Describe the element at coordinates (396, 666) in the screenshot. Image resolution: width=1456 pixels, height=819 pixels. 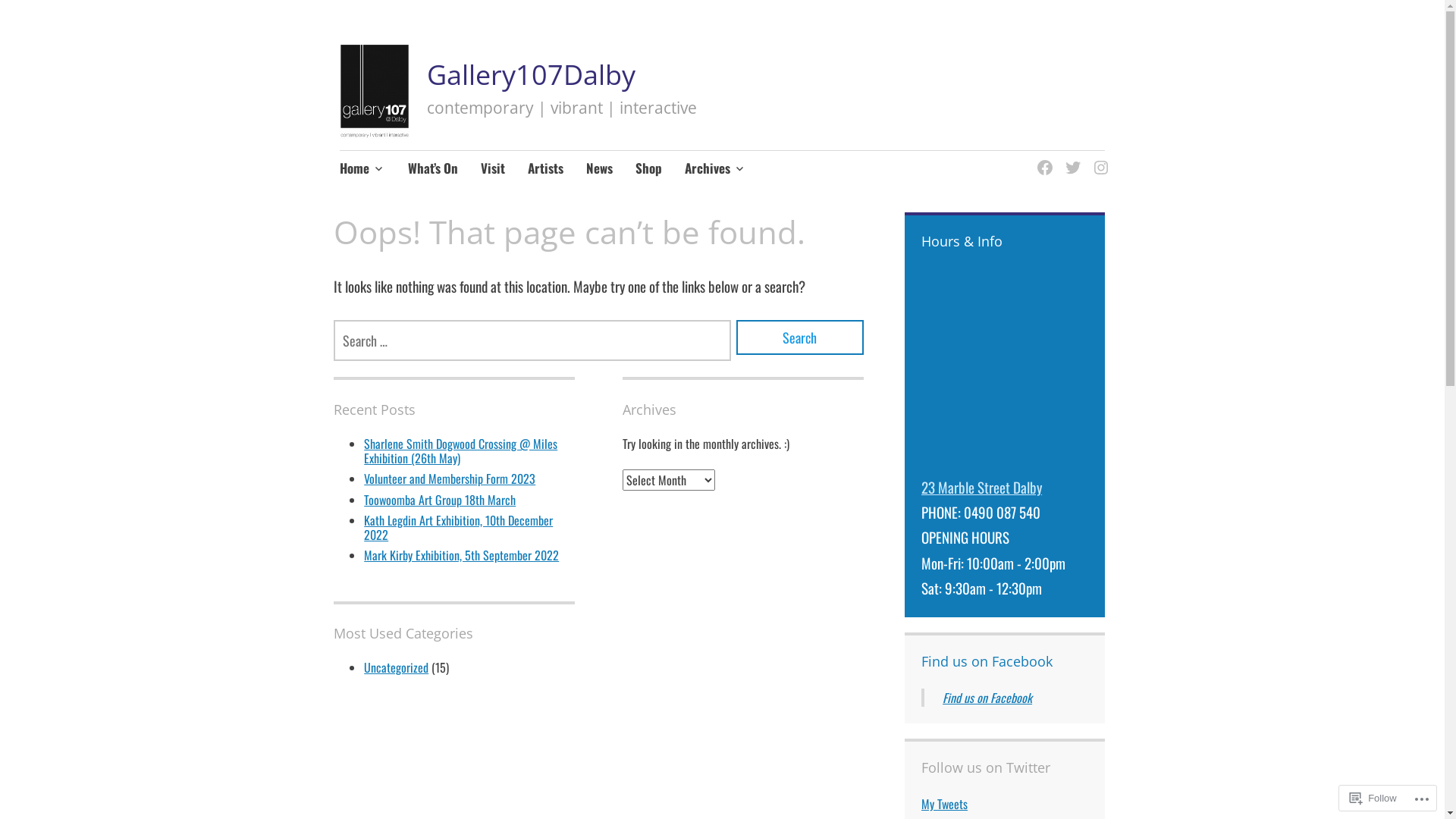
I see `'Uncategorized'` at that location.